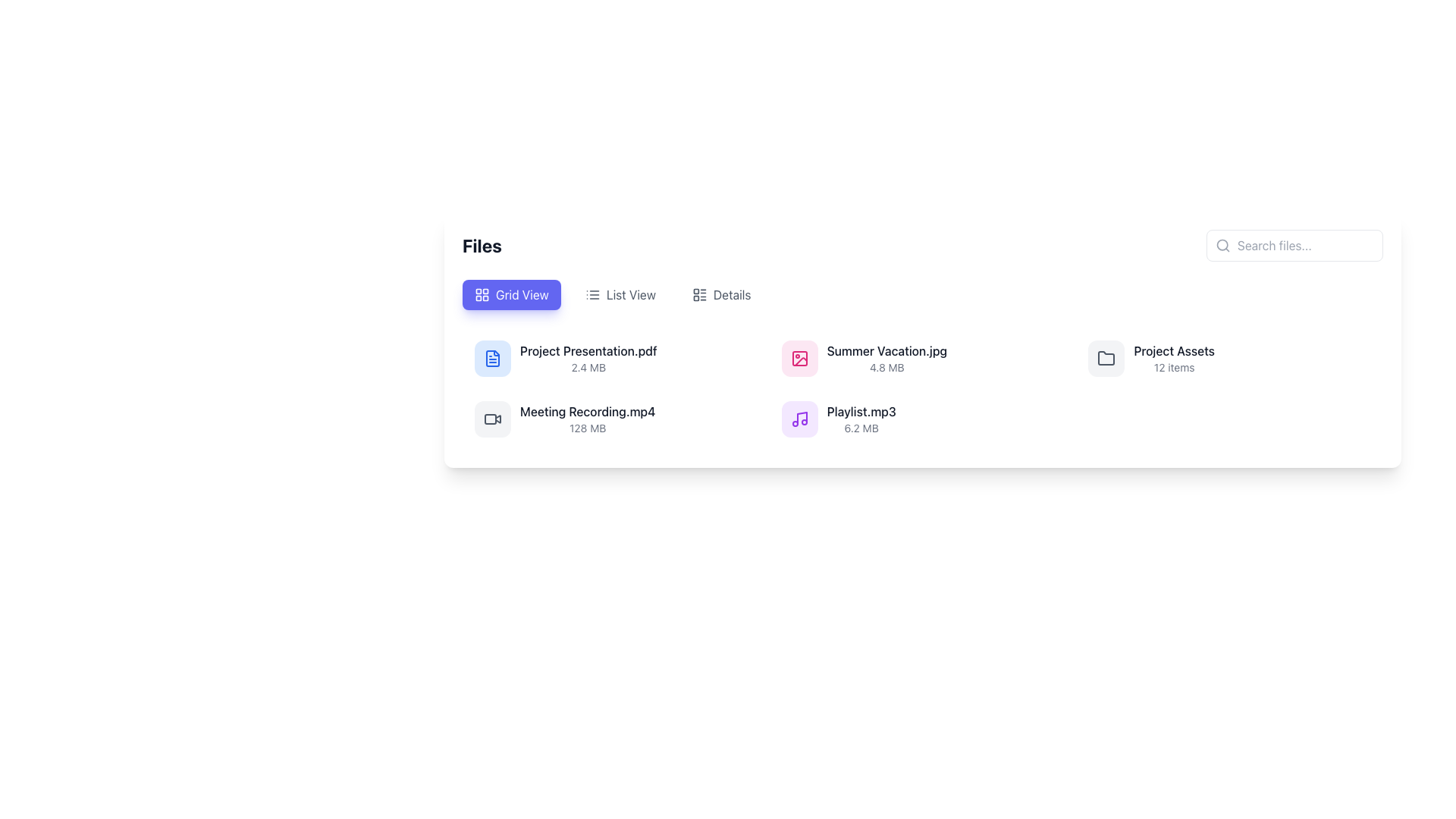 This screenshot has width=1456, height=819. What do you see at coordinates (587, 428) in the screenshot?
I see `text label displaying '128 MB', which is styled in gray and located below the filename 'Meeting Recording.mp4' in the second row of the file management interface` at bounding box center [587, 428].